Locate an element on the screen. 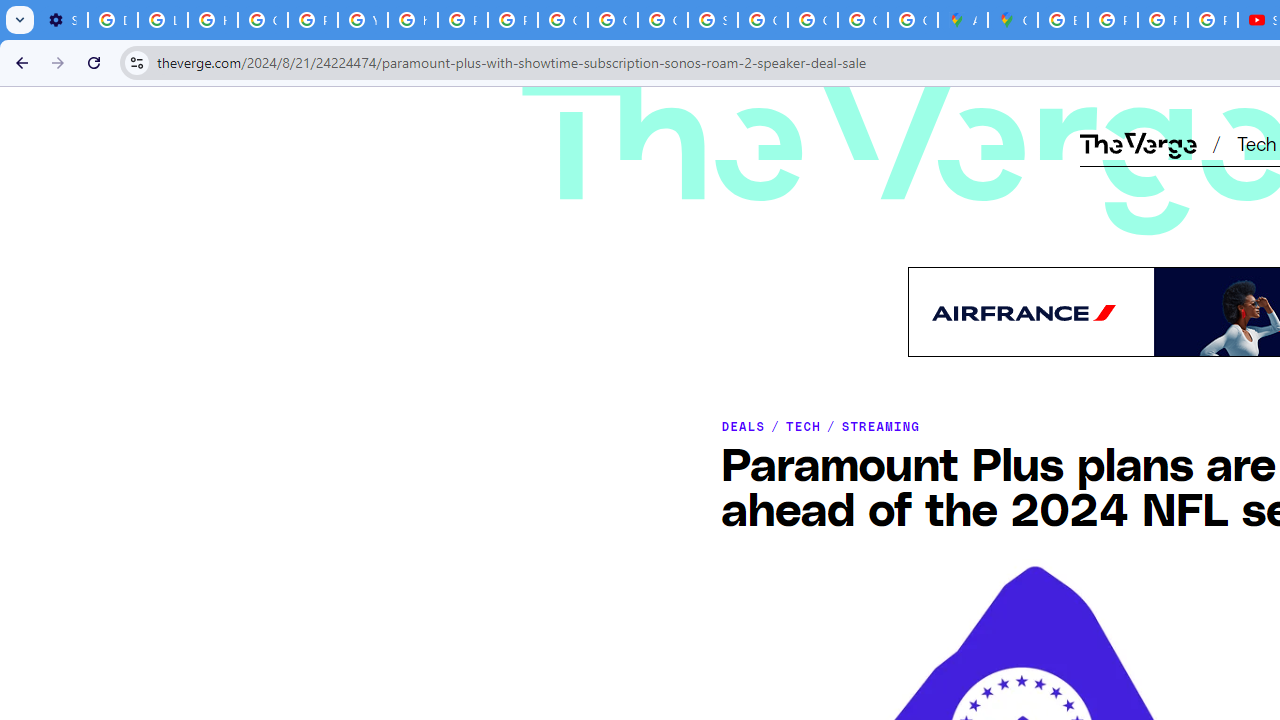 Image resolution: width=1280 pixels, height=720 pixels. 'Tech' is located at coordinates (1255, 141).